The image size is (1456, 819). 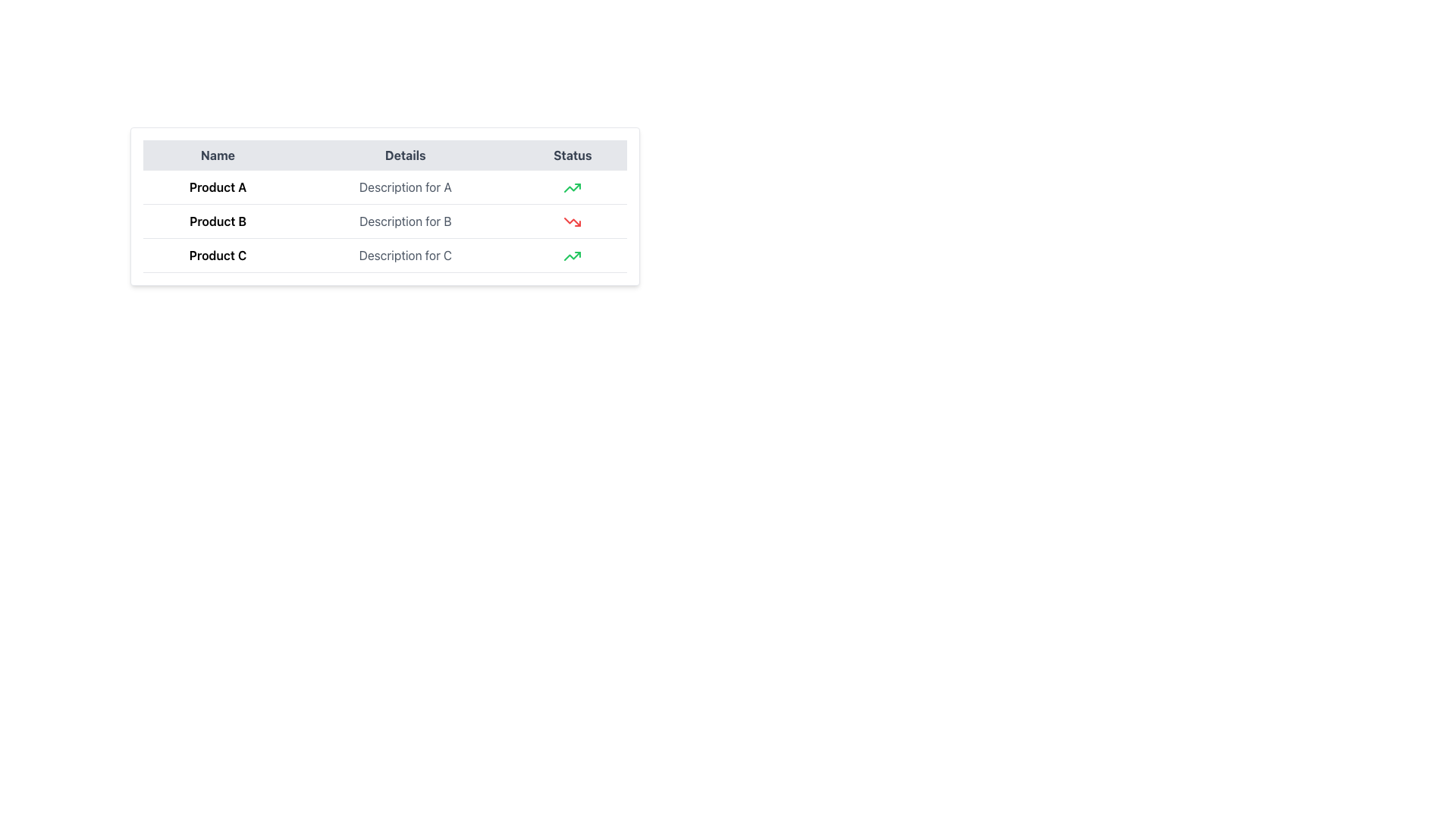 I want to click on the second row representing 'Product B' in the table, which contains its details and status indicator, so click(x=385, y=221).